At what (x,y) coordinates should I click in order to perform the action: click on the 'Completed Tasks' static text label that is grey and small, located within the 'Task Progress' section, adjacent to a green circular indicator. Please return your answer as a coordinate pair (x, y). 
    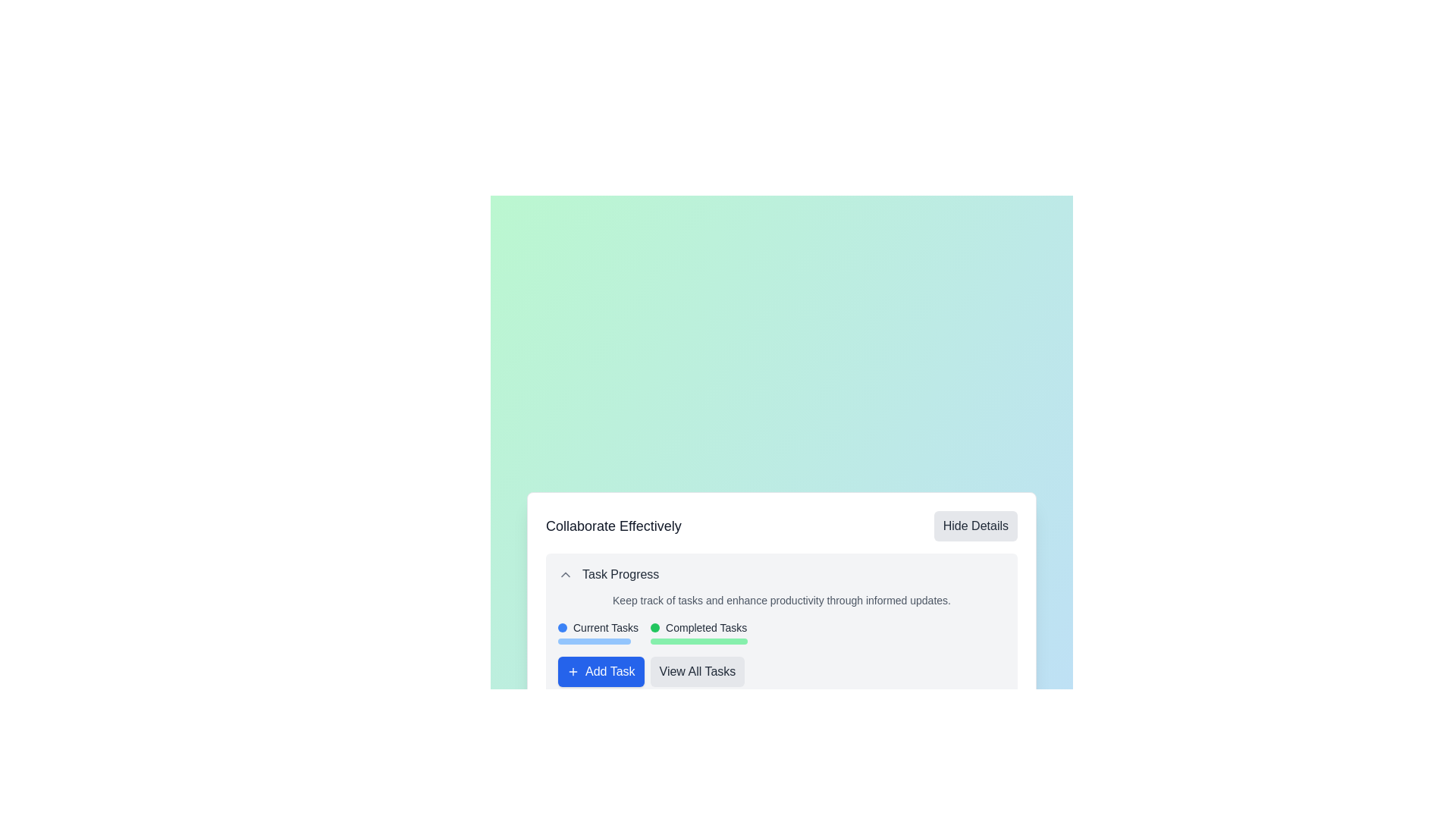
    Looking at the image, I should click on (705, 628).